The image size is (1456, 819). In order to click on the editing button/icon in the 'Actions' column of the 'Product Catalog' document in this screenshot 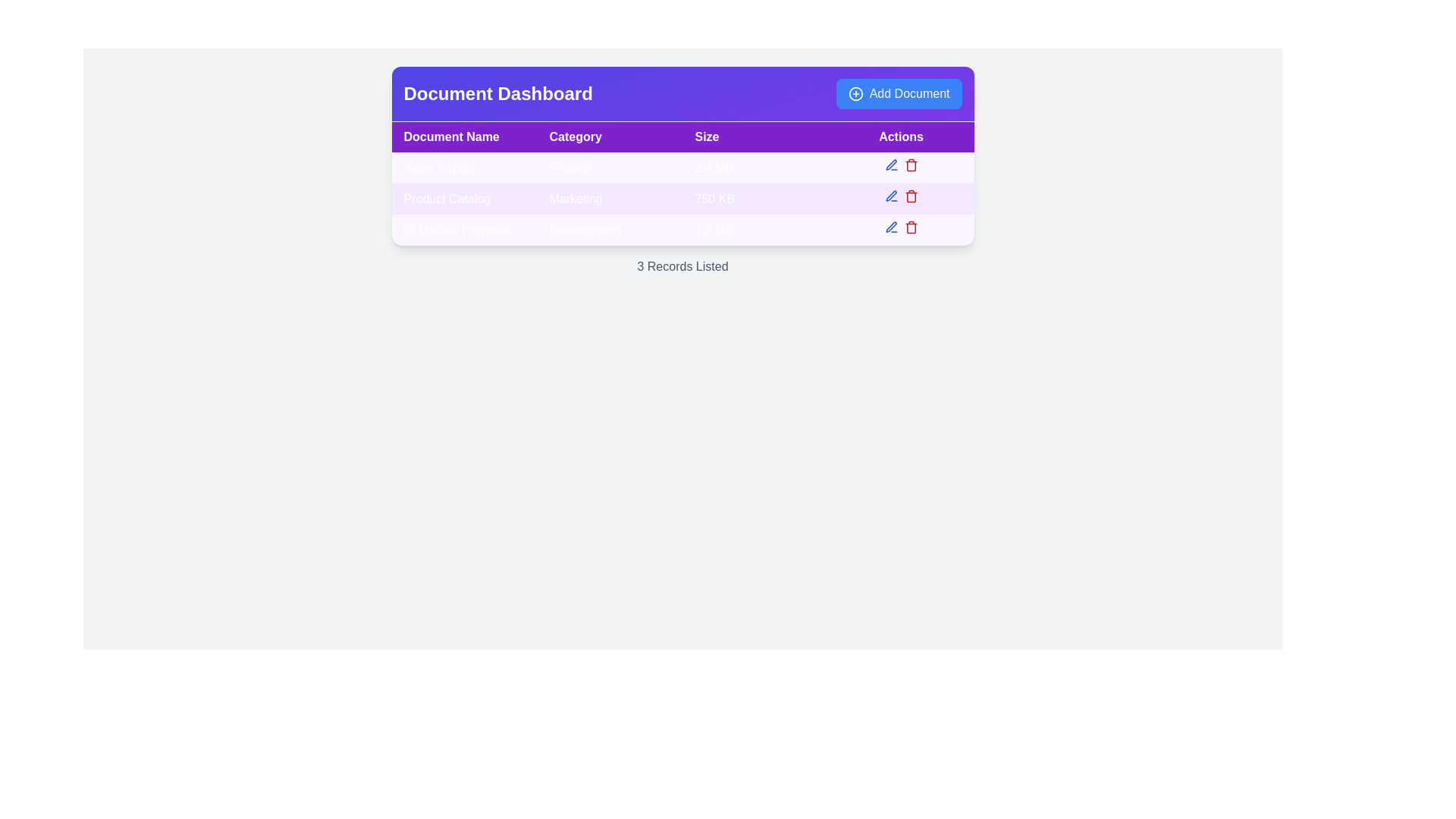, I will do `click(891, 195)`.